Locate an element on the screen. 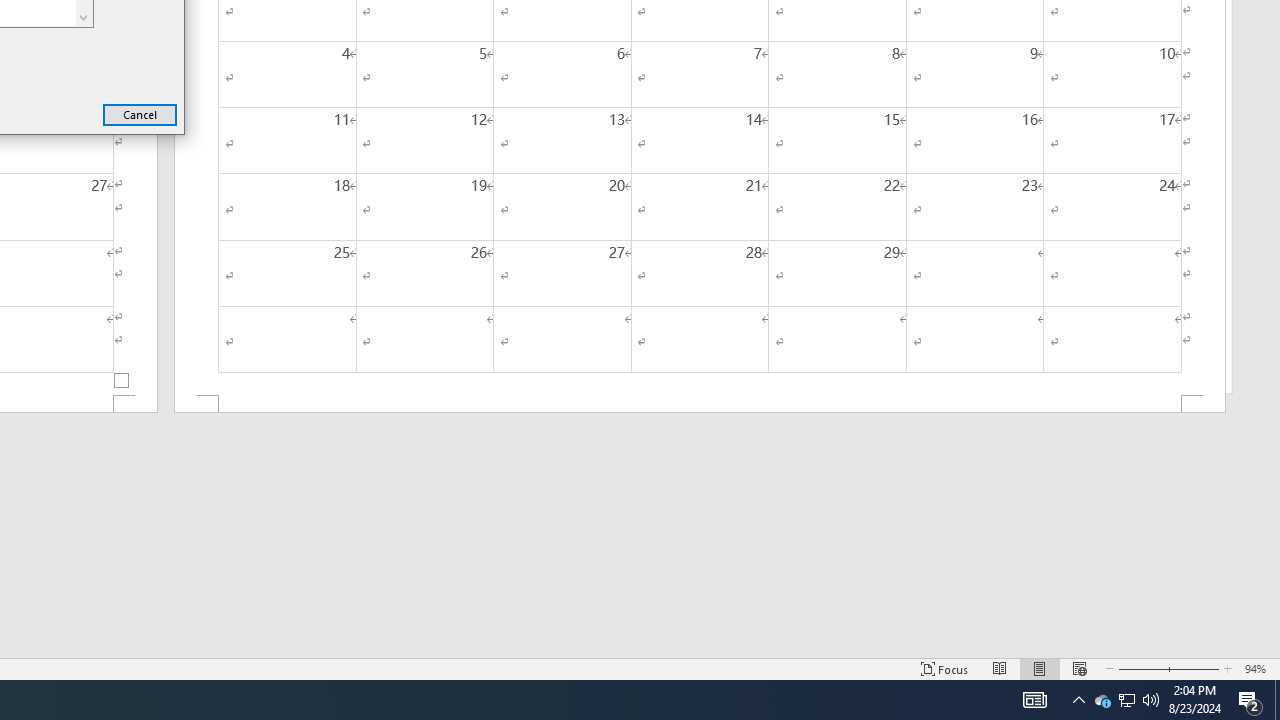 The height and width of the screenshot is (720, 1280). 'Q2790: 100%' is located at coordinates (1151, 698).